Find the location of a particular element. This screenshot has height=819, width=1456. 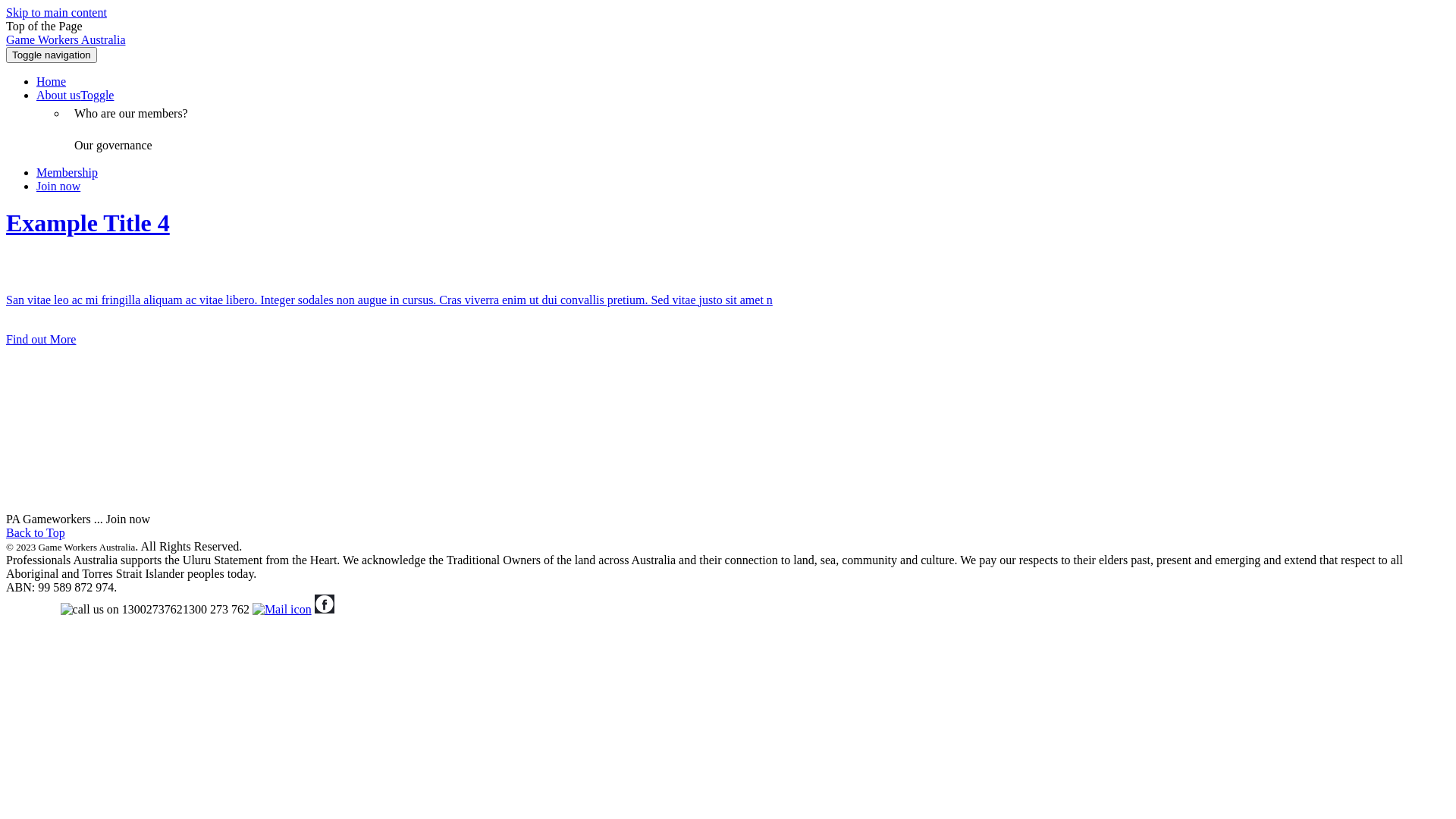

'Back to Top' is located at coordinates (36, 532).